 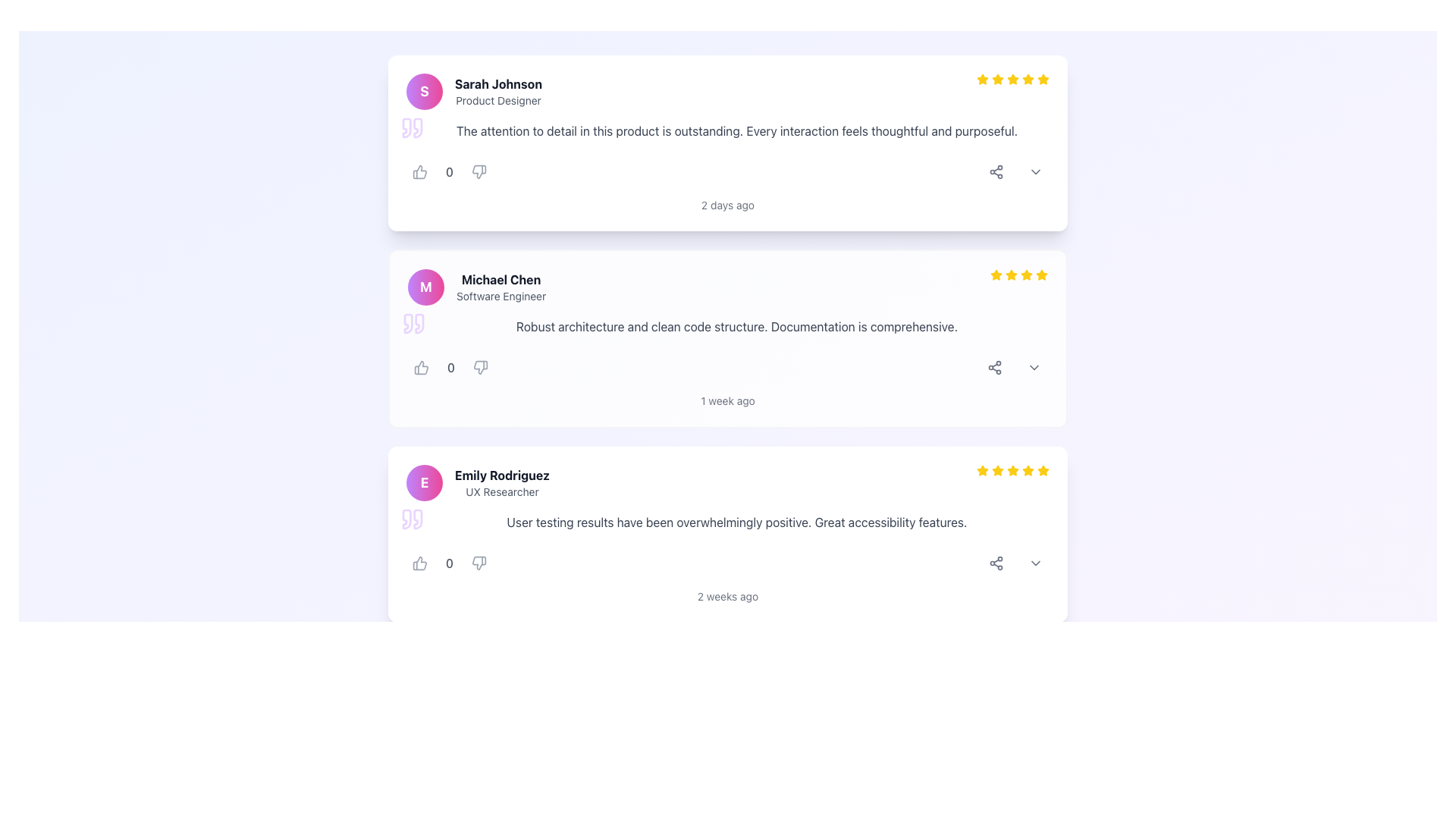 I want to click on the fifth yellow star icon in the five-star rating system to assign a five-star rating, so click(x=1028, y=79).